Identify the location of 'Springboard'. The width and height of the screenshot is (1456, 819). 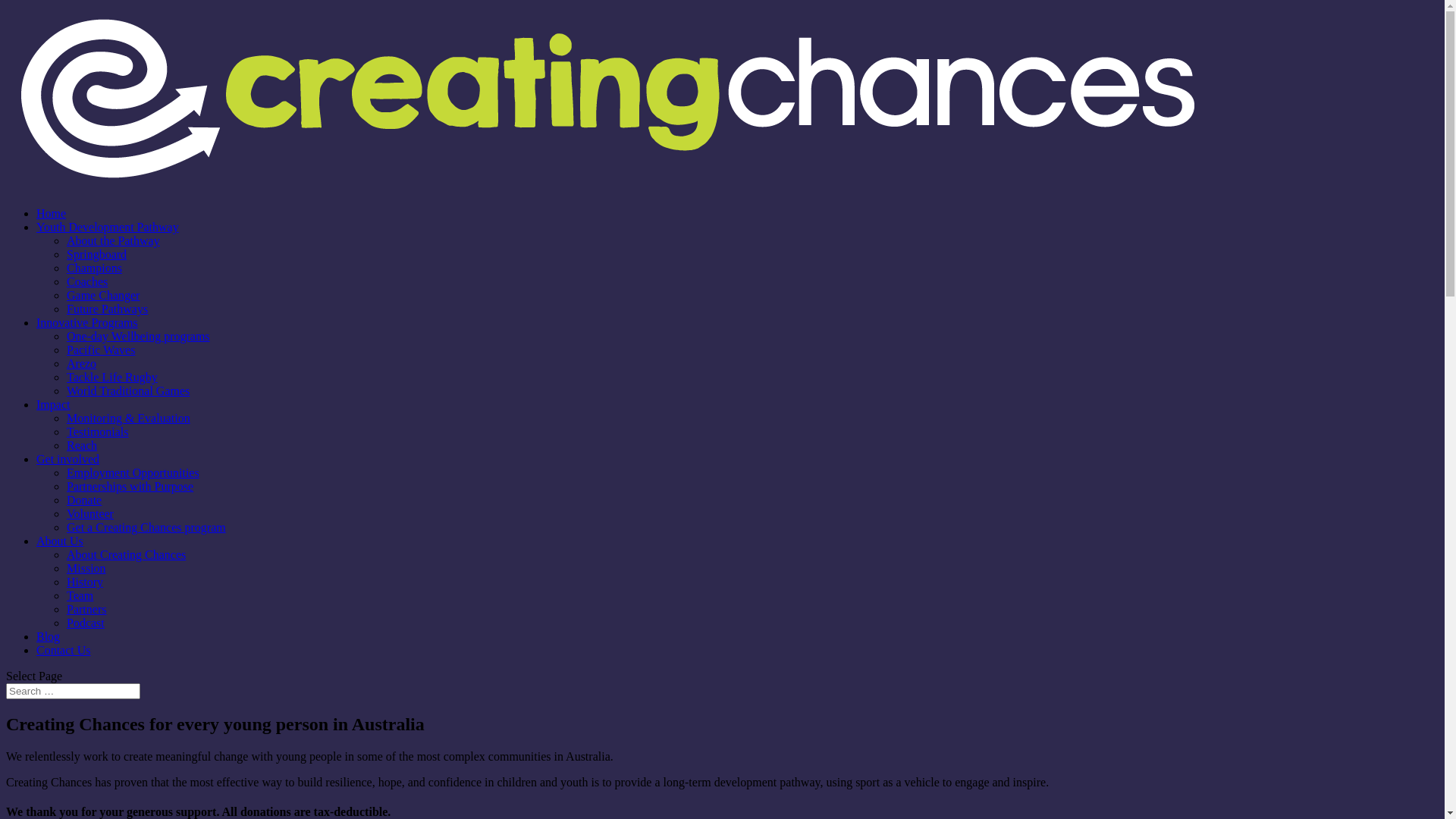
(96, 253).